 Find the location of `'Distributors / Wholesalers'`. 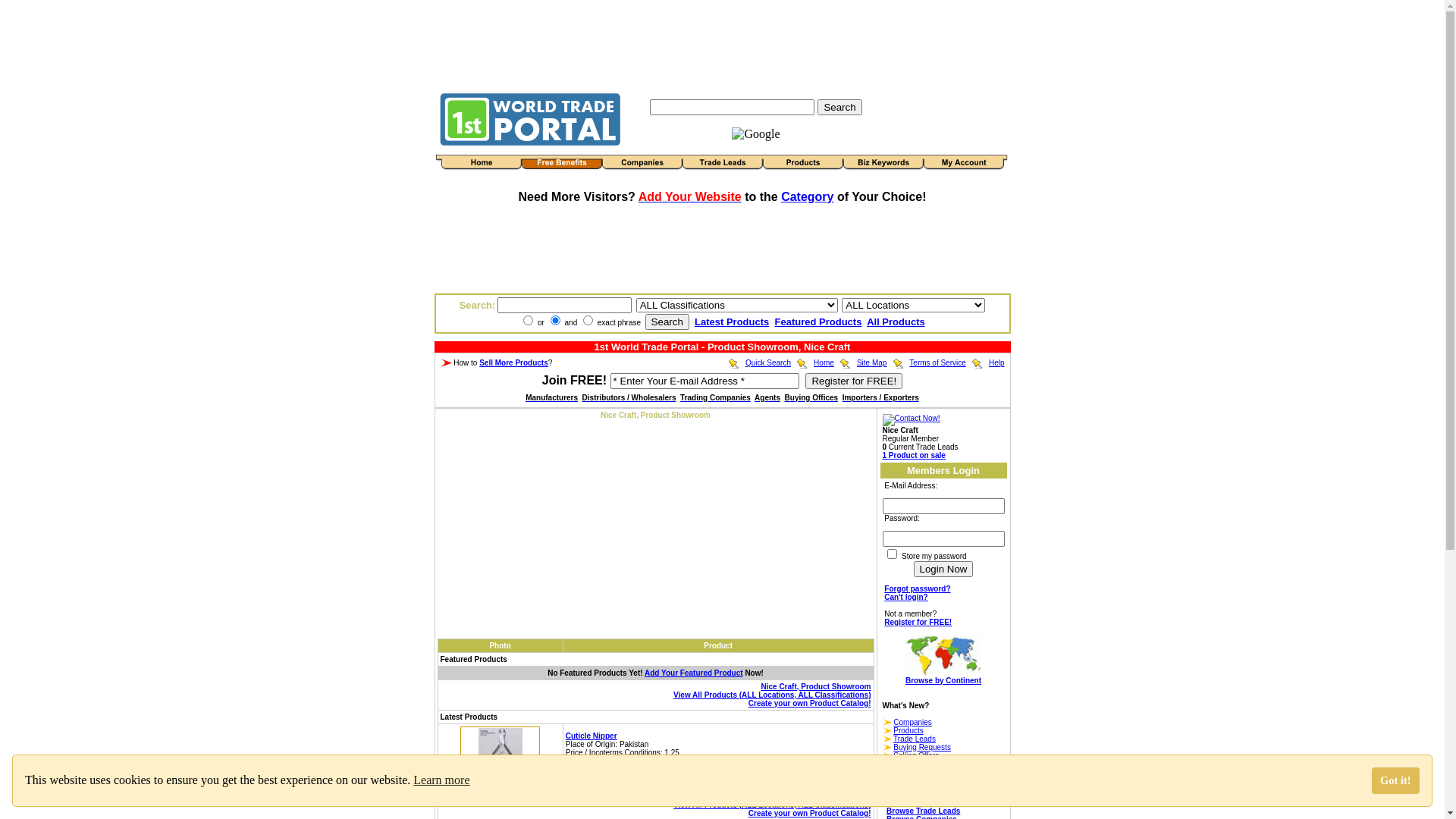

'Distributors / Wholesalers' is located at coordinates (629, 397).